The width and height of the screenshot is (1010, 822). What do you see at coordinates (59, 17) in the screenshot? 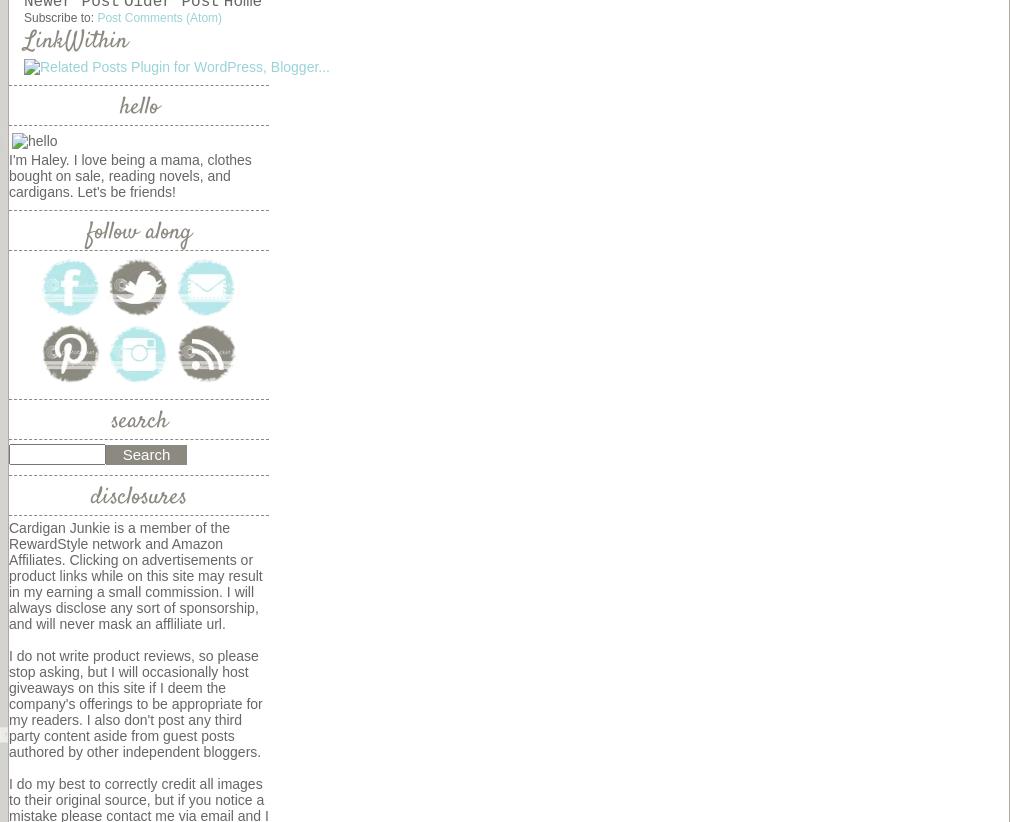
I see `'Subscribe to:'` at bounding box center [59, 17].